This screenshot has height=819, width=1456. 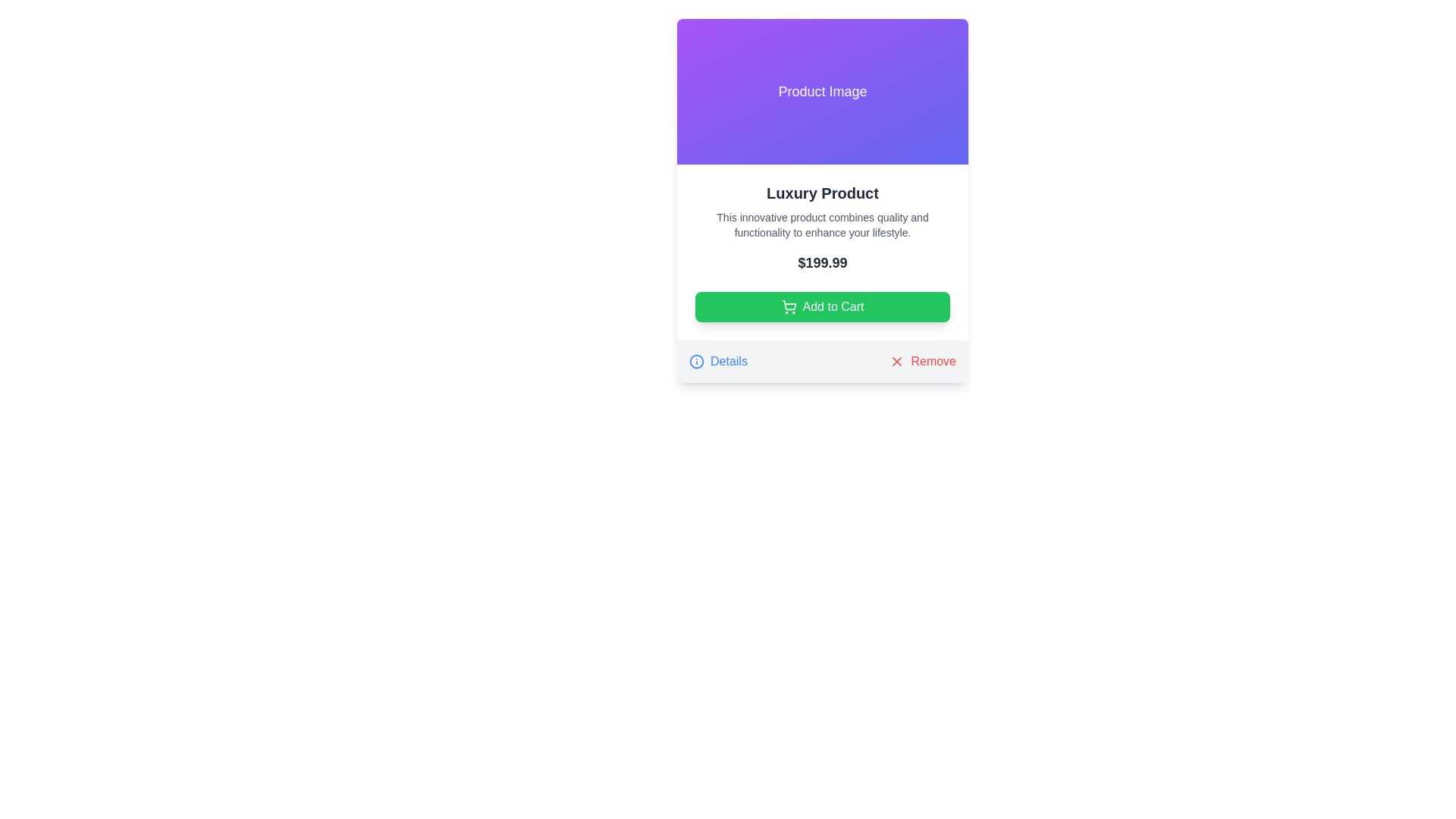 I want to click on the 'Details' button which has an information icon and text, located at the bottom section of a card layout, to ensure accessibility interactions, so click(x=717, y=362).